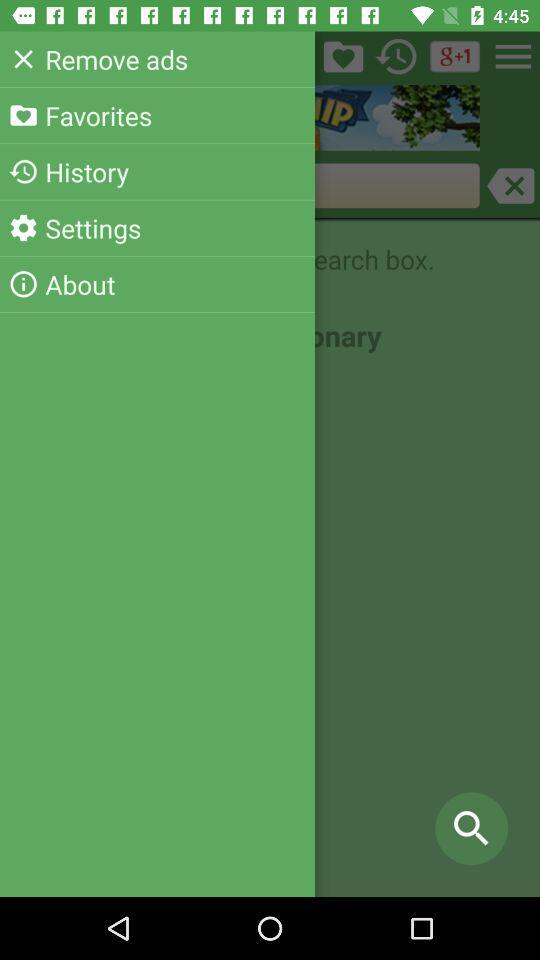 The image size is (540, 960). What do you see at coordinates (342, 55) in the screenshot?
I see `the folder icon` at bounding box center [342, 55].